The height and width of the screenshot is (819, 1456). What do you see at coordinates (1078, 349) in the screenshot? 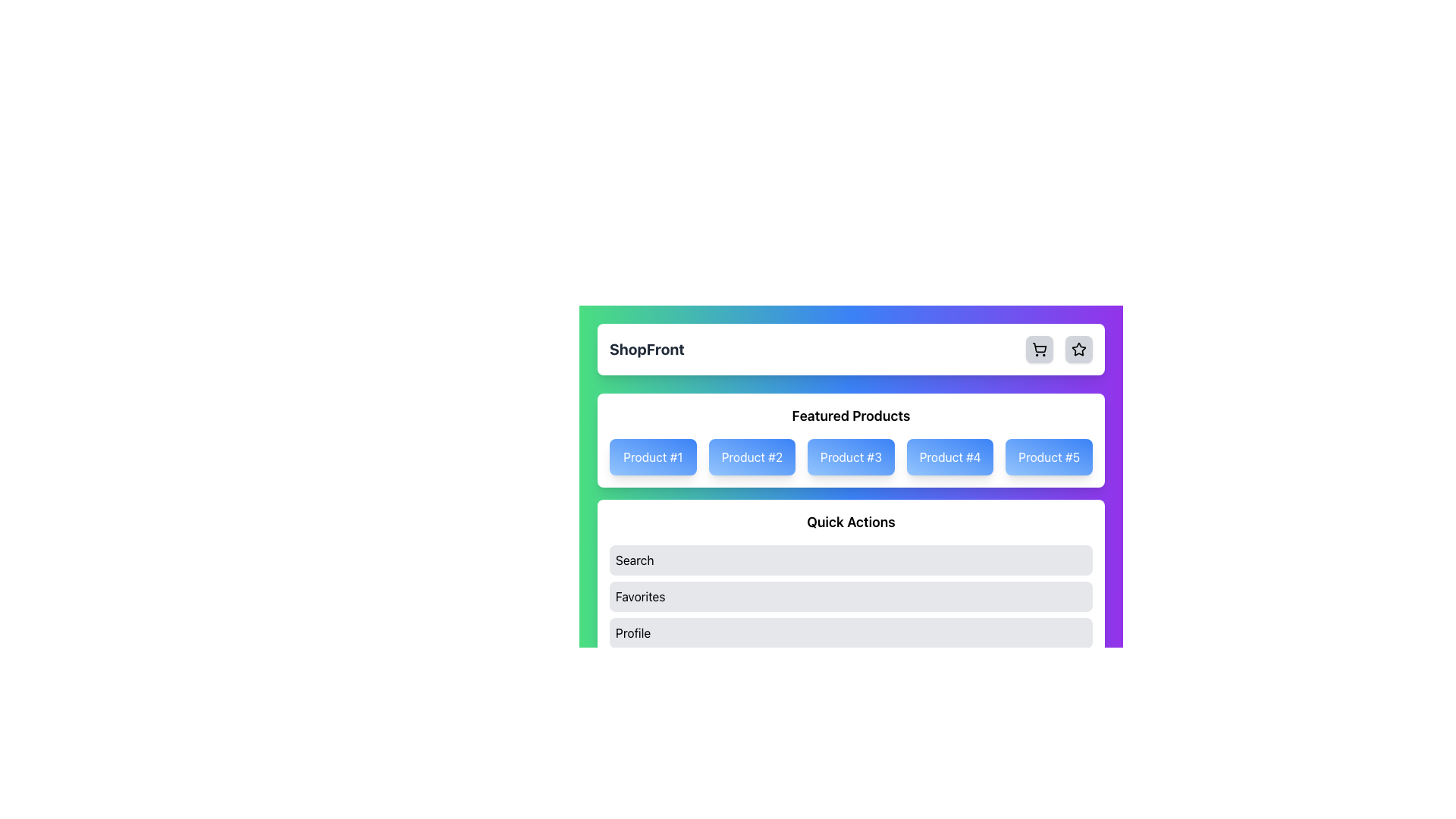
I see `the star-shaped icon located in the top-right corner of the interface, adjacent to the shopping cart icon, which serves as a marker for favoriting items` at bounding box center [1078, 349].